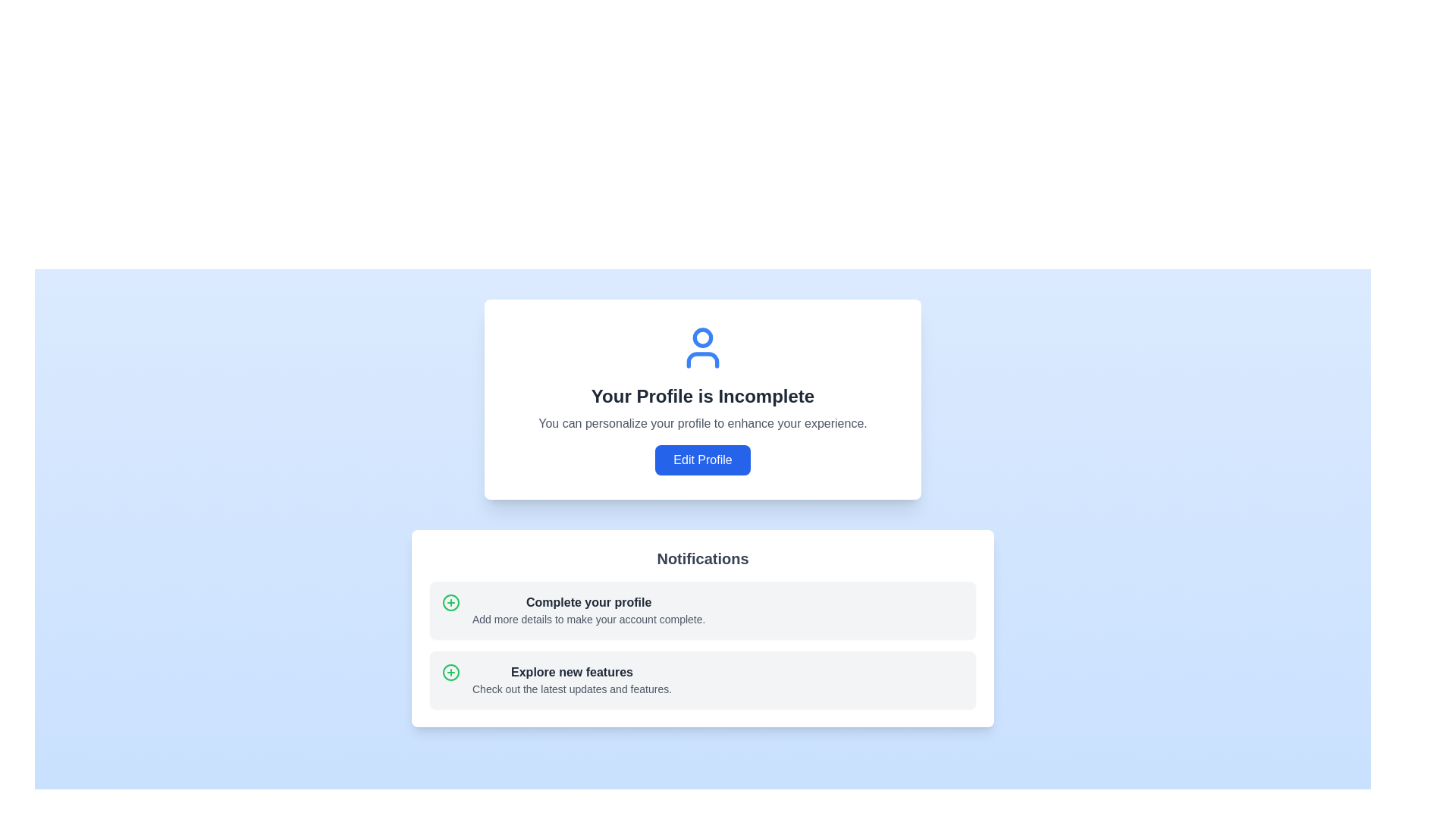 The image size is (1456, 819). What do you see at coordinates (701, 359) in the screenshot?
I see `the torso portion of the user icon, which is positioned below the circular head shape in the central card containing the profile status message` at bounding box center [701, 359].